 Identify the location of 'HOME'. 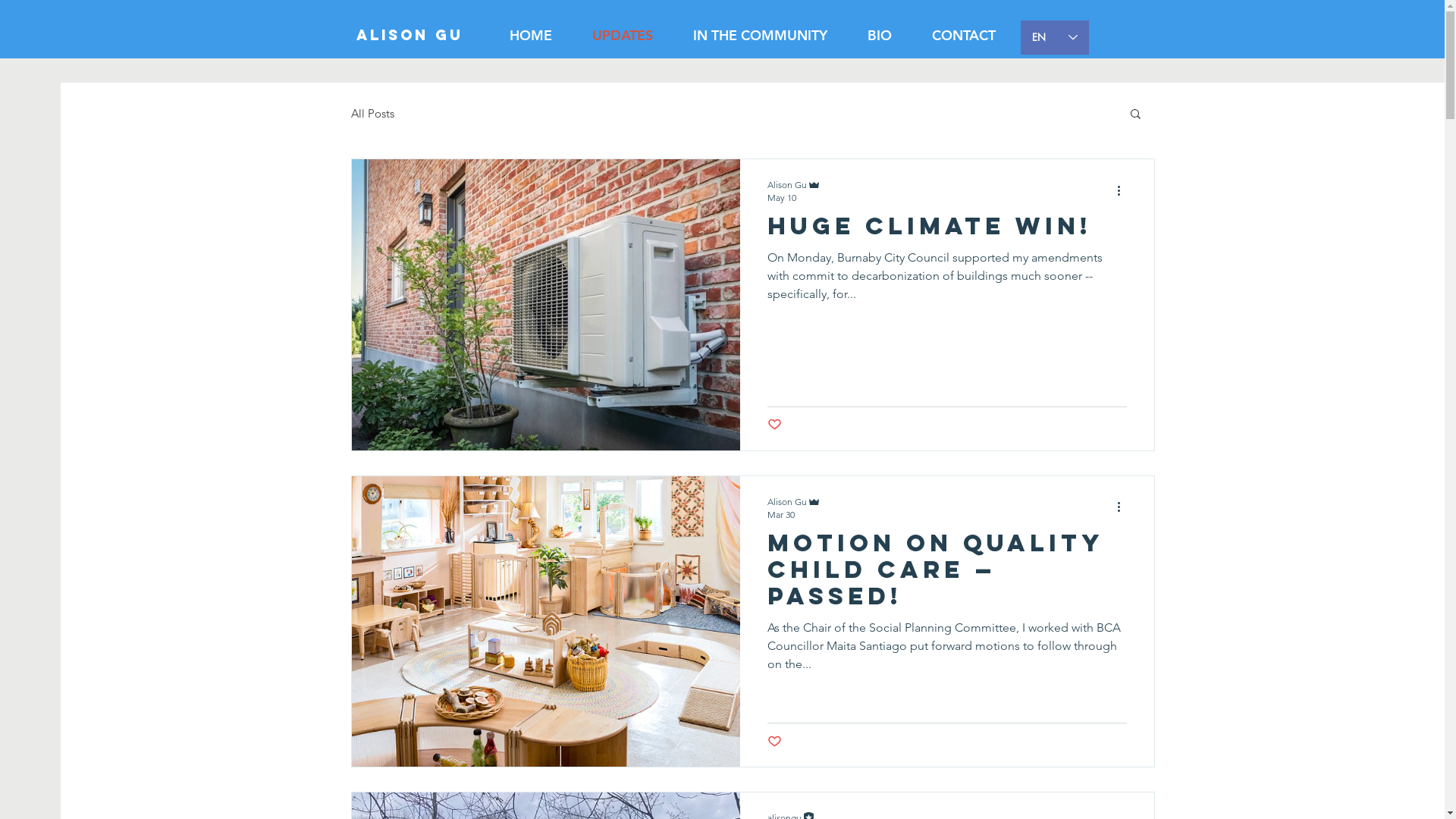
(531, 34).